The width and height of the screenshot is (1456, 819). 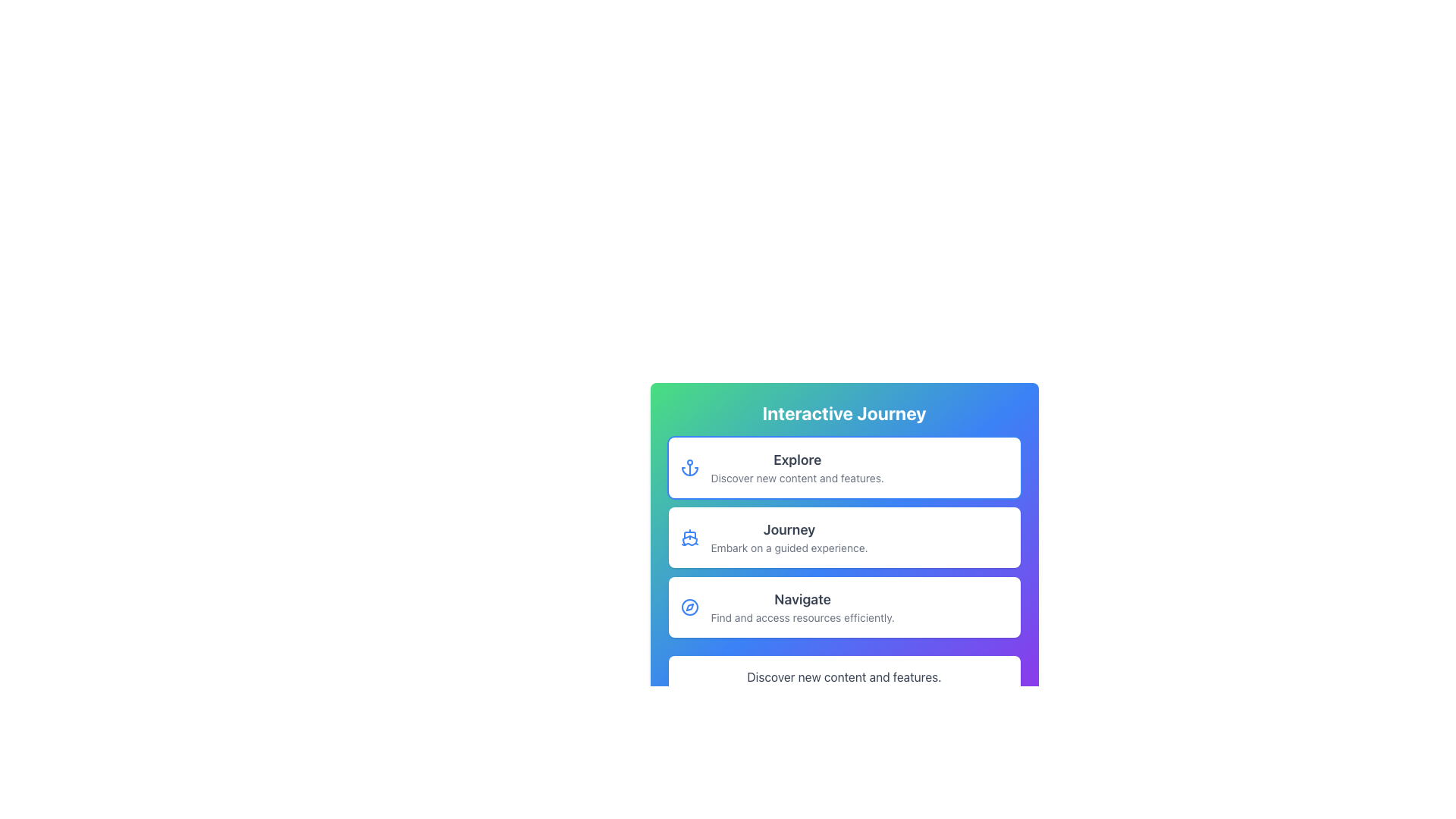 What do you see at coordinates (789, 537) in the screenshot?
I see `the text content element titled 'Journey' which includes a bold heading and a description aligned centrally in a card below 'Explore'` at bounding box center [789, 537].